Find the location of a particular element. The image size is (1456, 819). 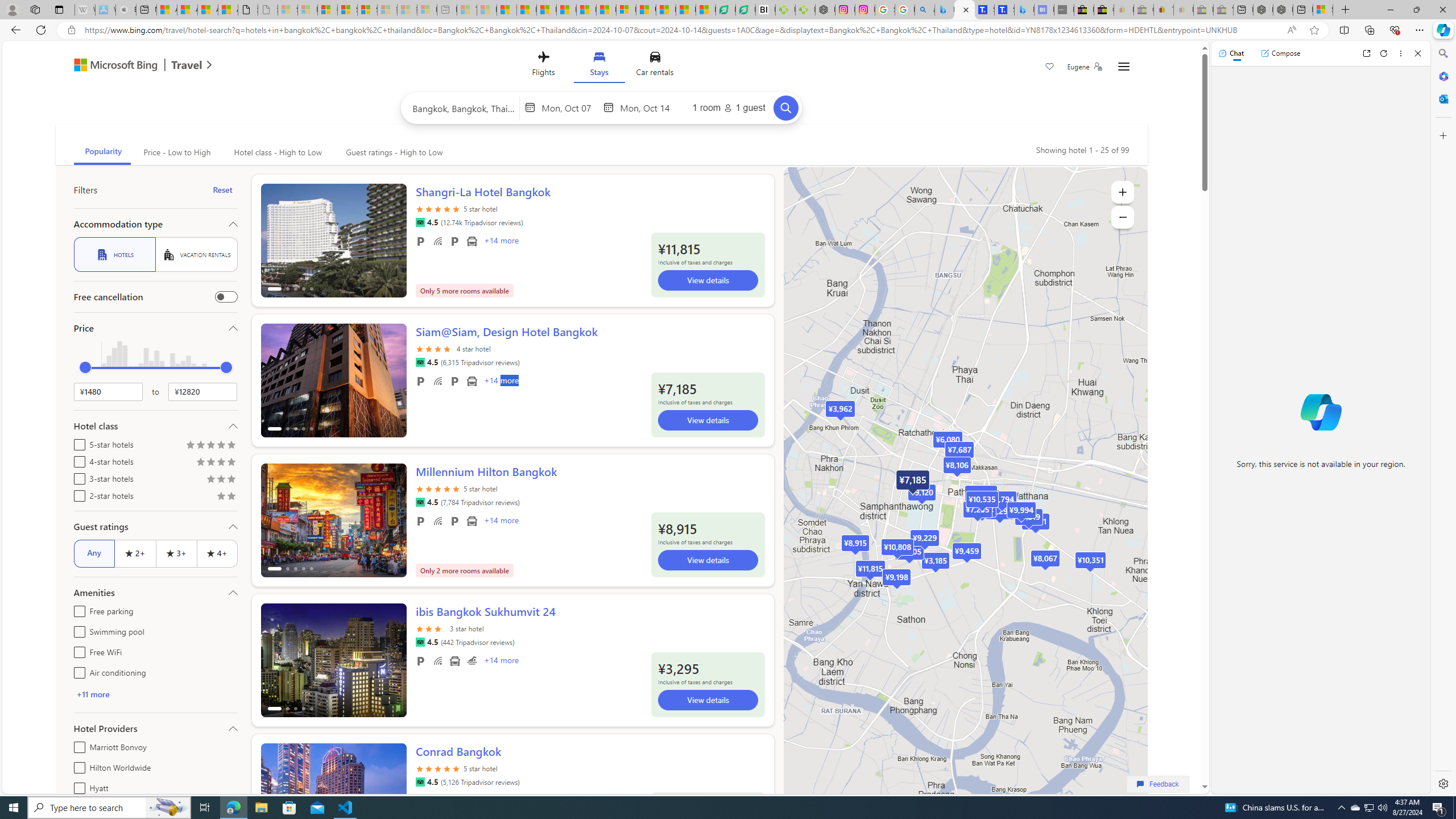

'Start Date' is located at coordinates (570, 107).